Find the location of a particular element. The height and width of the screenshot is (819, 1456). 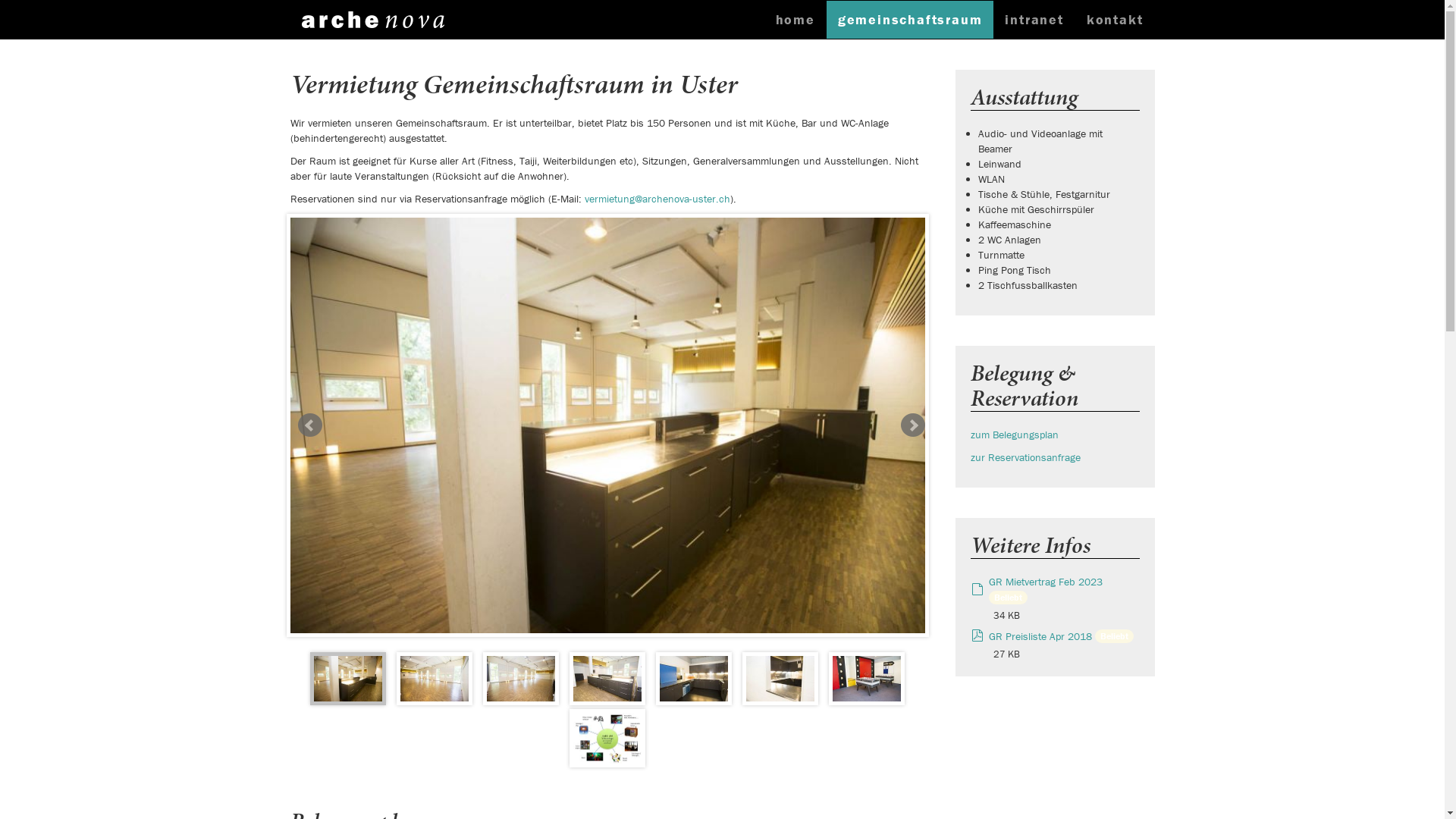

'Prev' is located at coordinates (309, 425).